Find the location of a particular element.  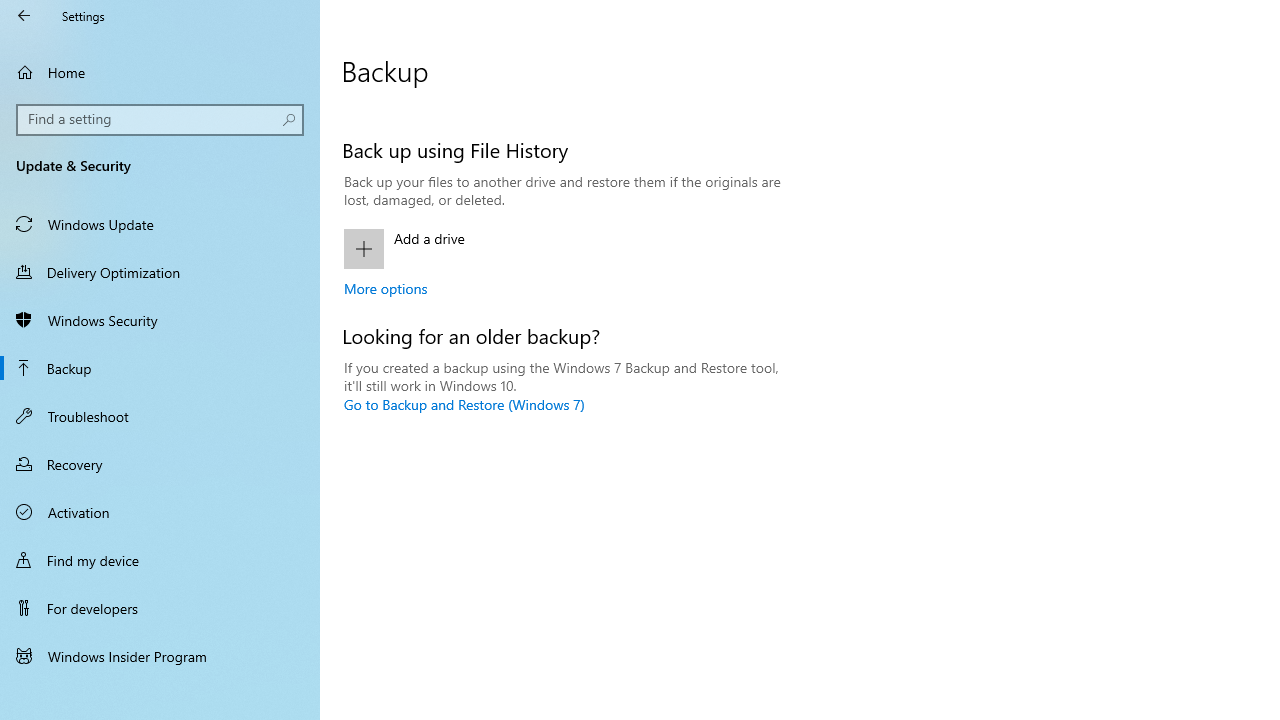

'Back' is located at coordinates (24, 15).